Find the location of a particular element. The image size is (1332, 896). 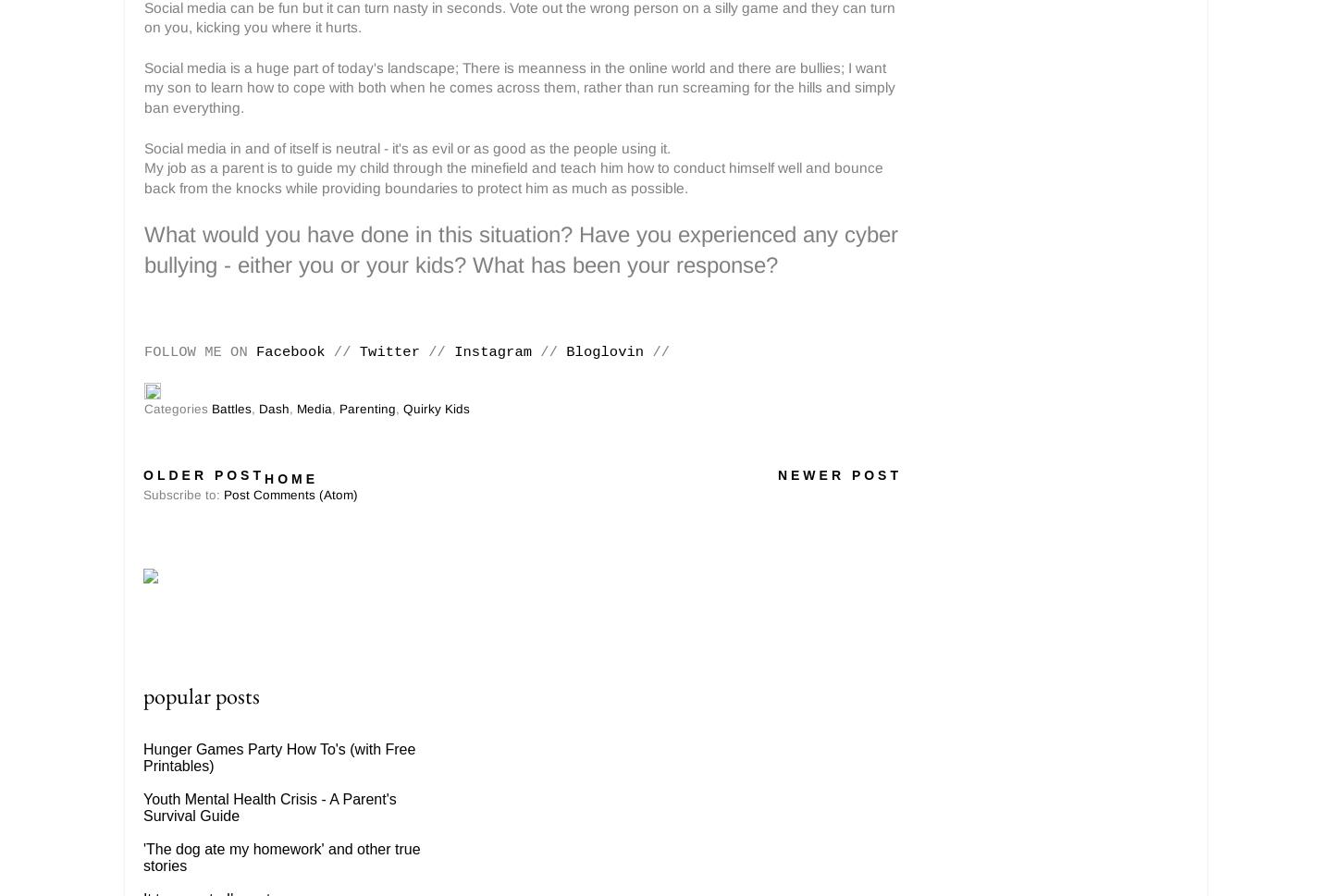

'popular posts' is located at coordinates (142, 694).